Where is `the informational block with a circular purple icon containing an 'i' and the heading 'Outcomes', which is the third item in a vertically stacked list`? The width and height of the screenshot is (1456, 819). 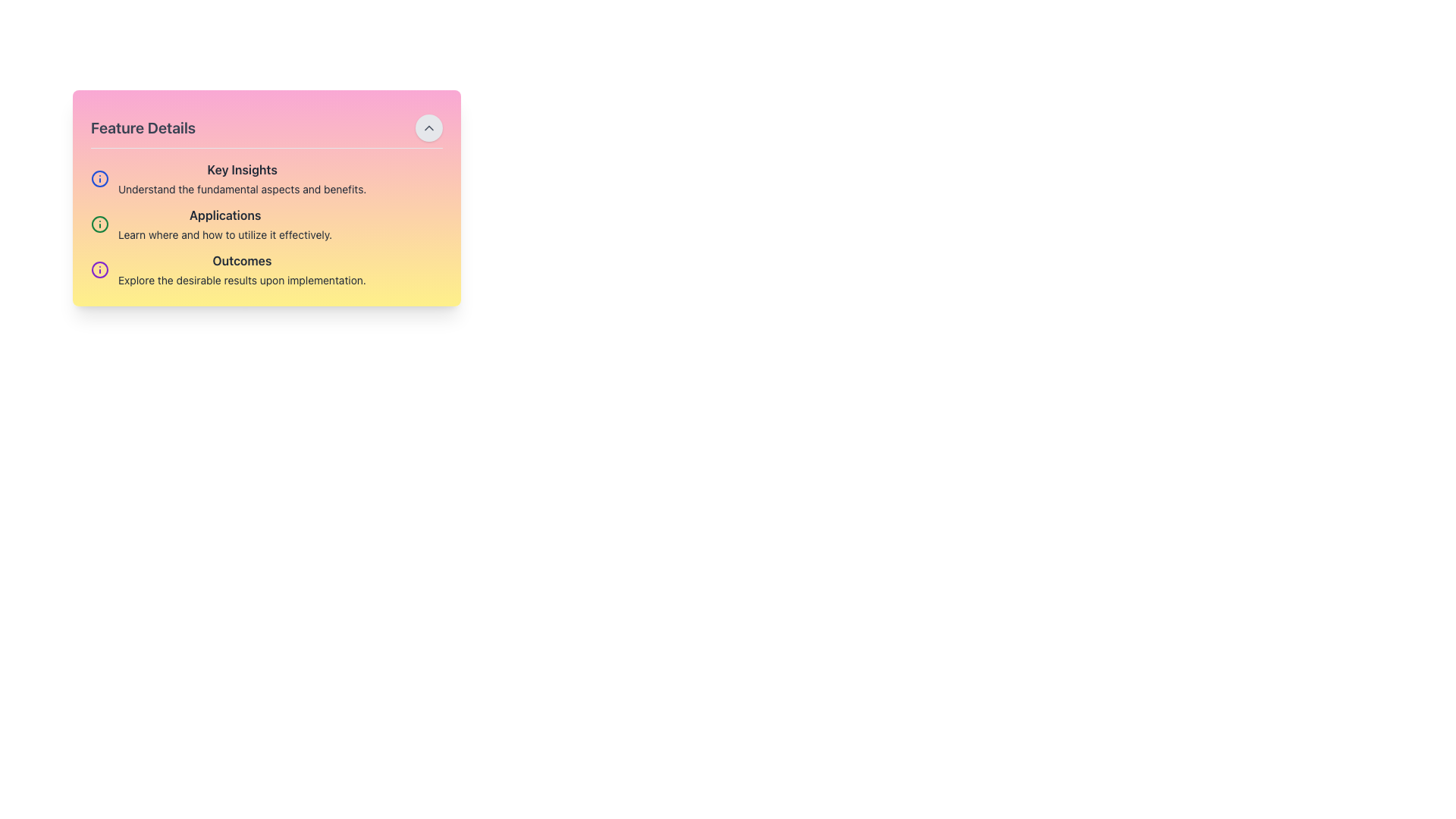
the informational block with a circular purple icon containing an 'i' and the heading 'Outcomes', which is the third item in a vertically stacked list is located at coordinates (266, 268).